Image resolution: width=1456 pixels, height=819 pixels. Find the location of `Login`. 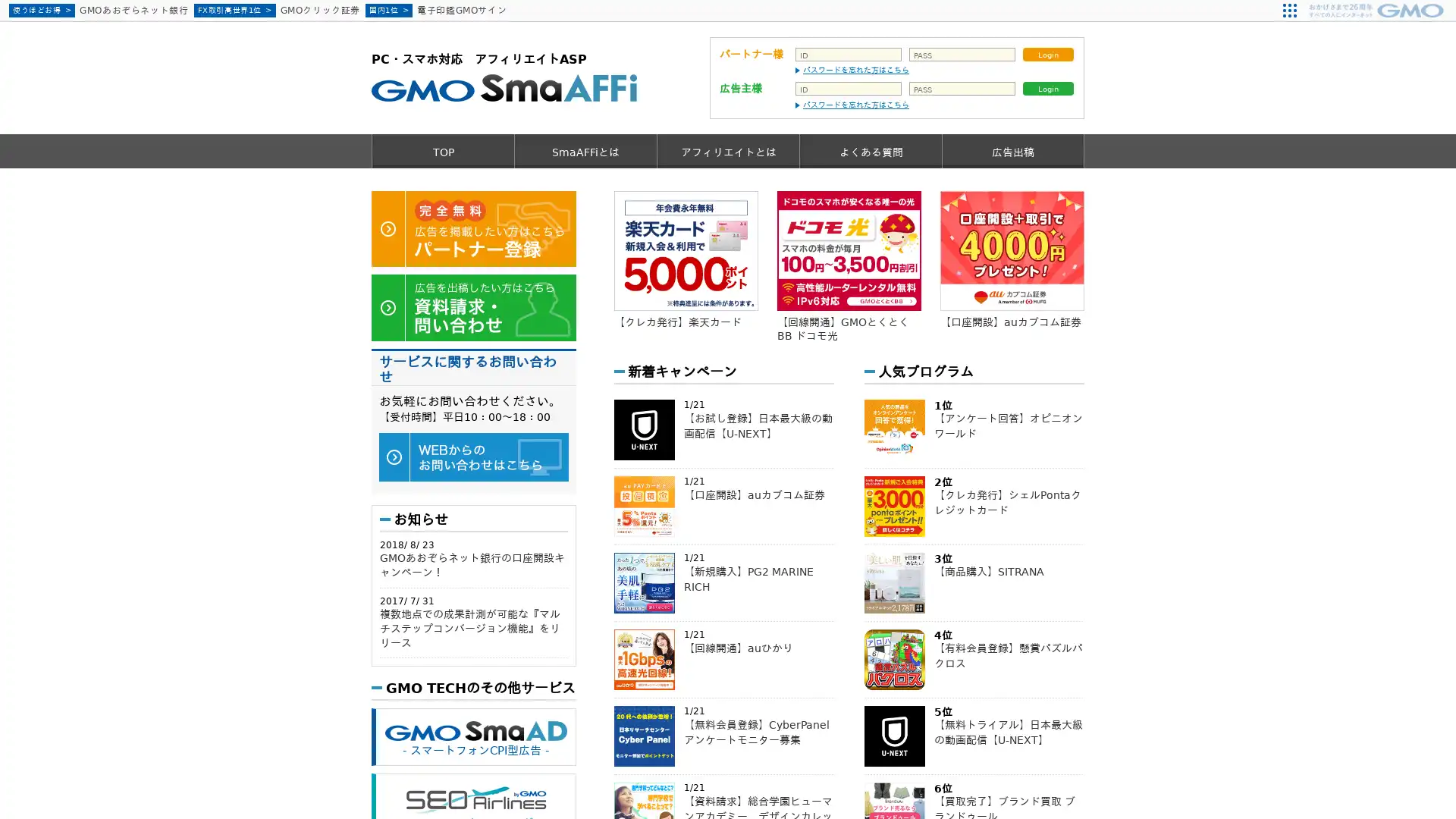

Login is located at coordinates (1047, 54).